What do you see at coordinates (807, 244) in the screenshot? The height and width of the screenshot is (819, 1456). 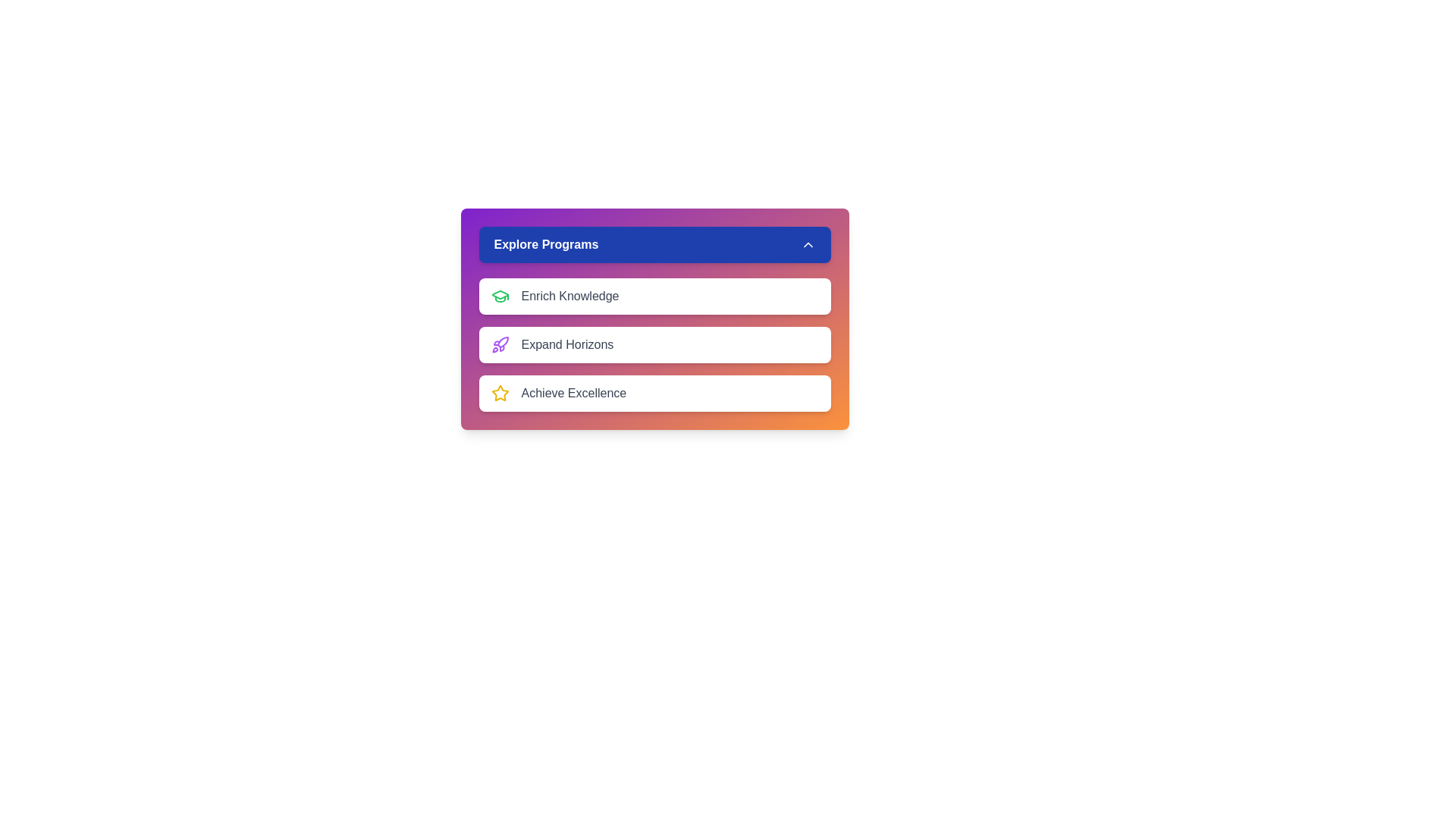 I see `the upward-pointing chevron icon located at the top-right corner of the 'Explore Programs' header bar` at bounding box center [807, 244].